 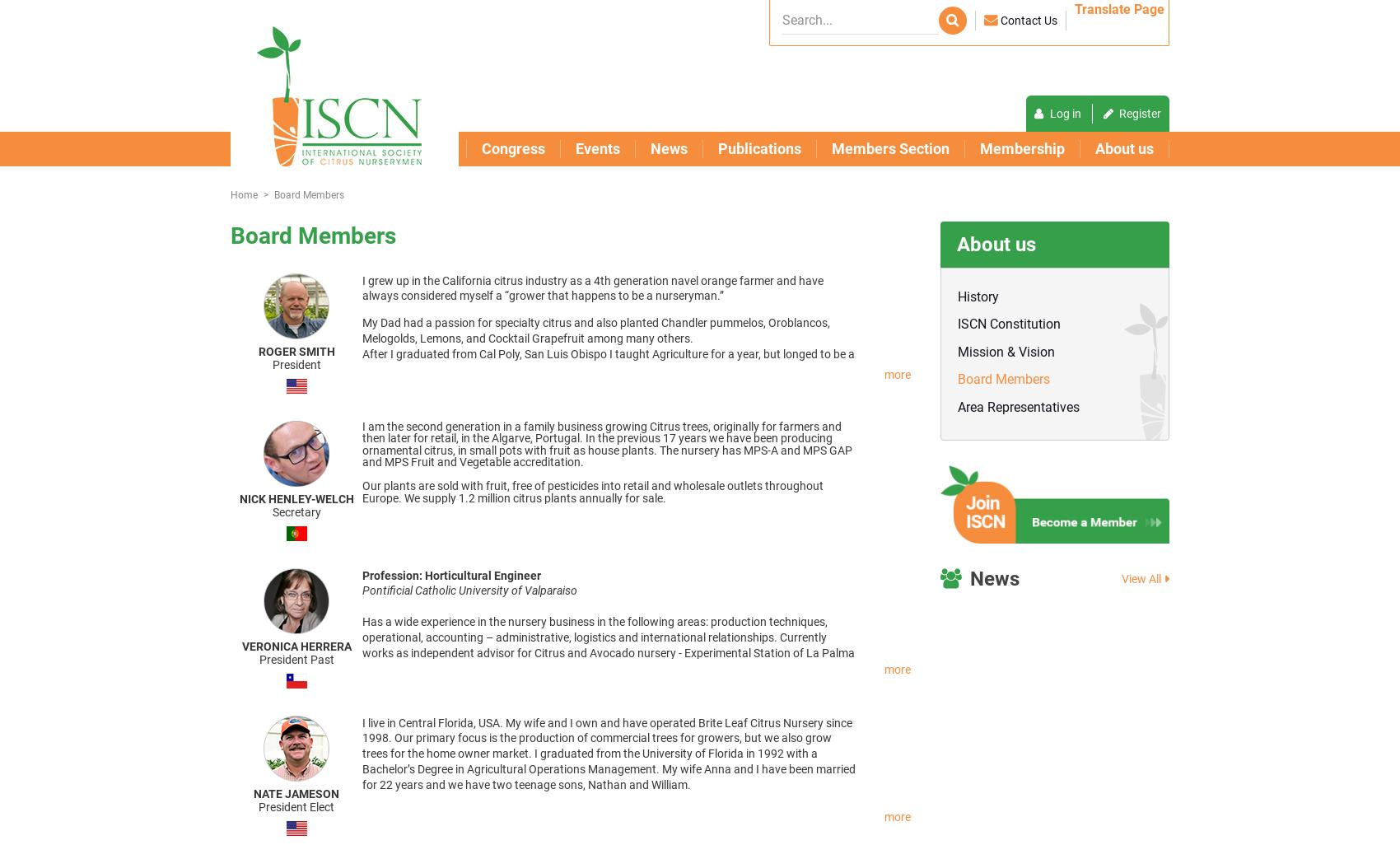 What do you see at coordinates (592, 287) in the screenshot?
I see `'I grew up in the California citrus industry as a 4th generation navel orange farmer and have always considered myself a “grower that happens to be a nurseryman.”'` at bounding box center [592, 287].